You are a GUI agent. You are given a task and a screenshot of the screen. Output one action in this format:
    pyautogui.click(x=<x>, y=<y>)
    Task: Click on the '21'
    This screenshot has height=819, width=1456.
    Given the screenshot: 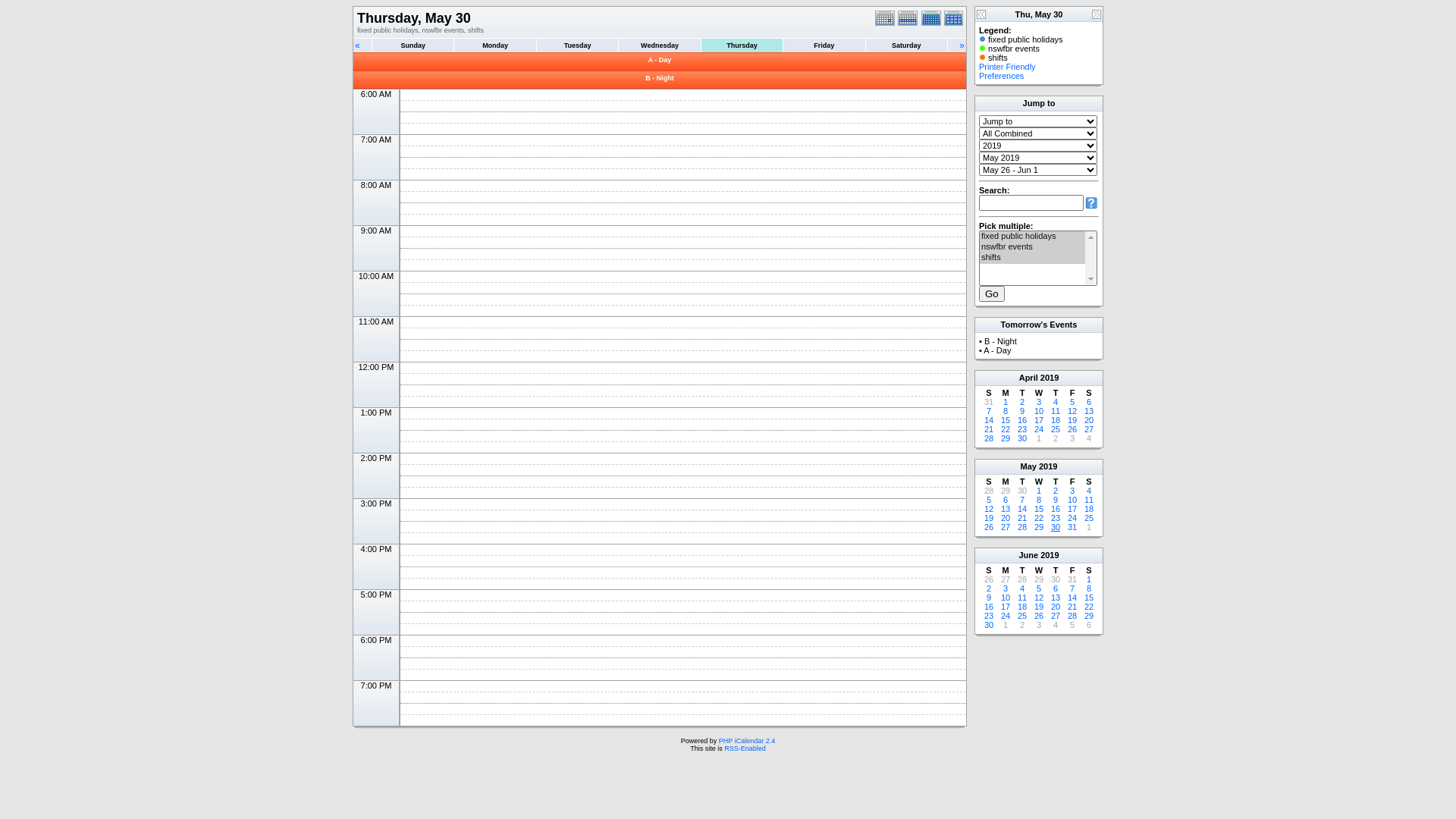 What is the action you would take?
    pyautogui.click(x=989, y=429)
    